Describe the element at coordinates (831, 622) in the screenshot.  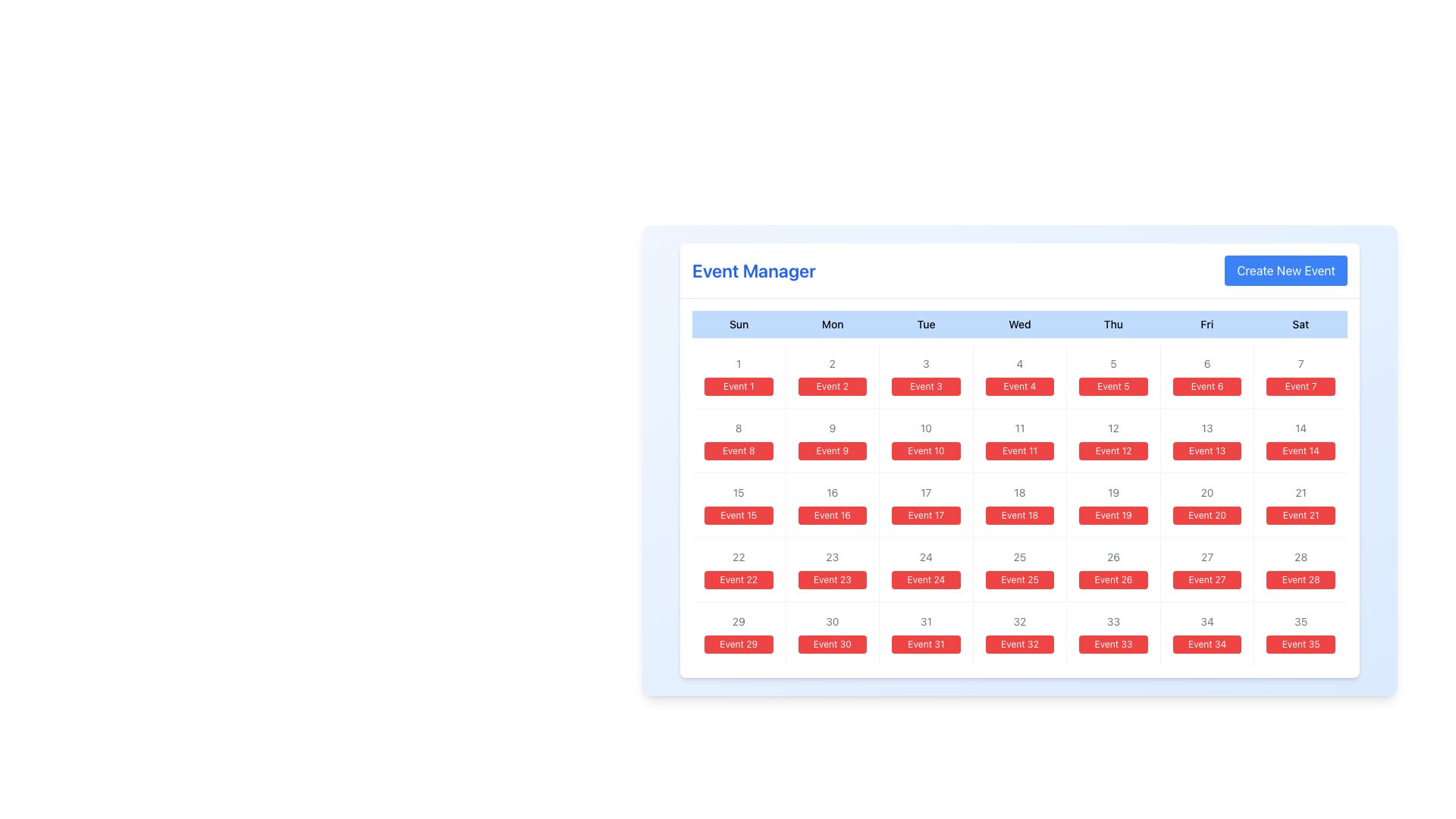
I see `information displayed in the Static Text representing day number '30' in the calendar grid` at that location.